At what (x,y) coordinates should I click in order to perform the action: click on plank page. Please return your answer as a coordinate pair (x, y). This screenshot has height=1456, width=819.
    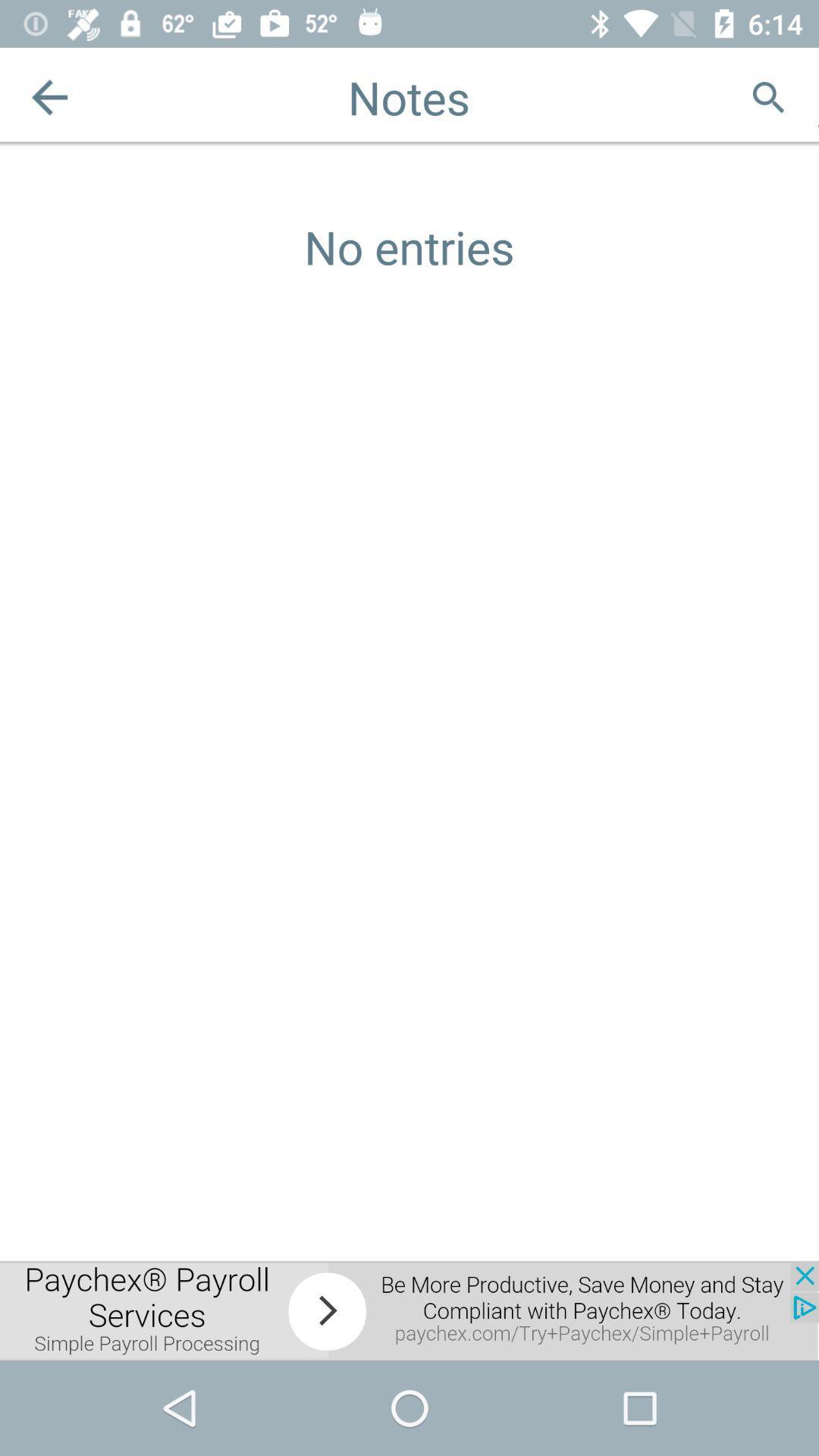
    Looking at the image, I should click on (817, 96).